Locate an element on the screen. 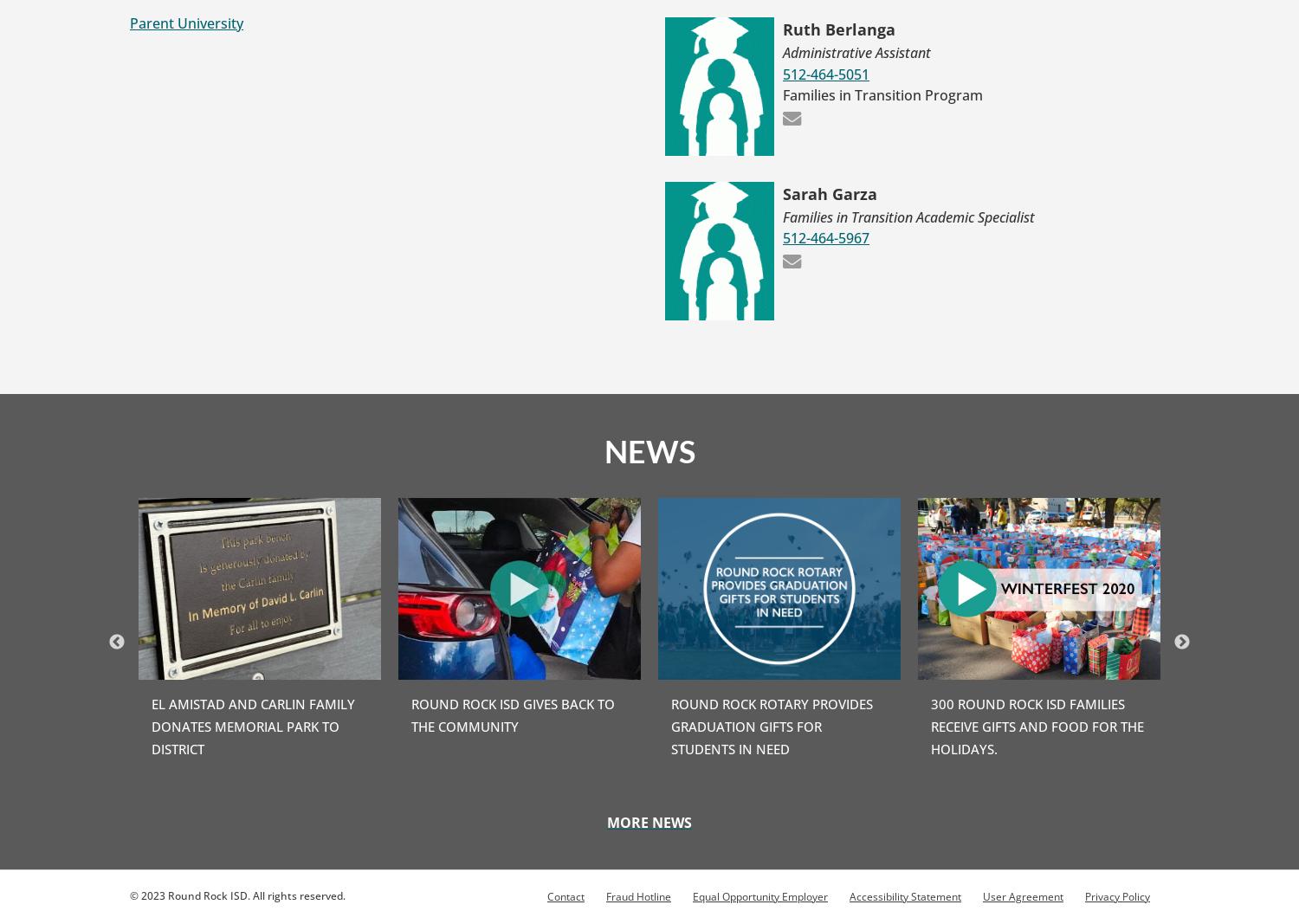 The image size is (1299, 924). 'El Amistad and Carlin Family Donates Memorial Park to District' is located at coordinates (152, 725).